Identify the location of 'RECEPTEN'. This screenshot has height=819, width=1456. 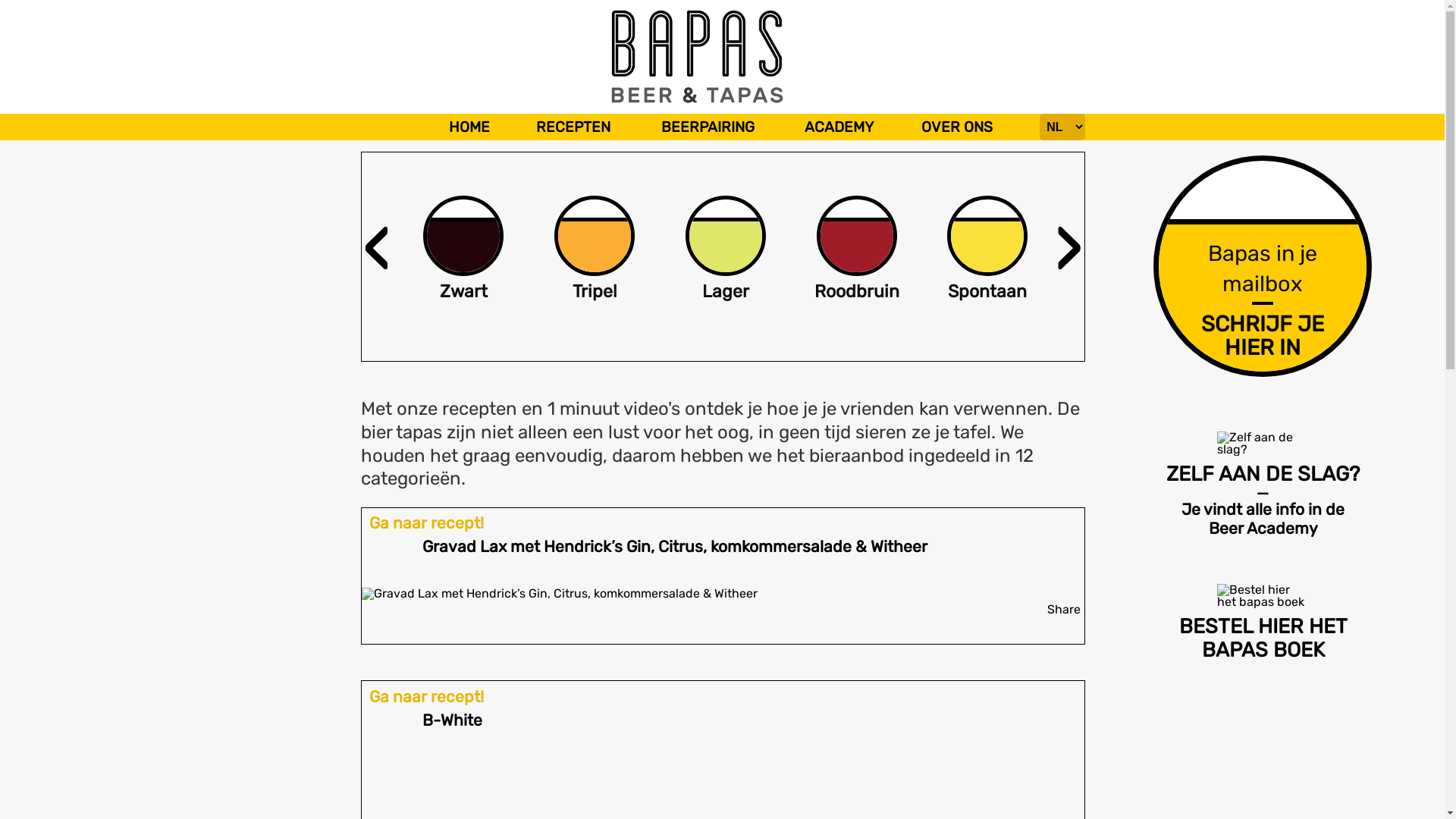
(572, 126).